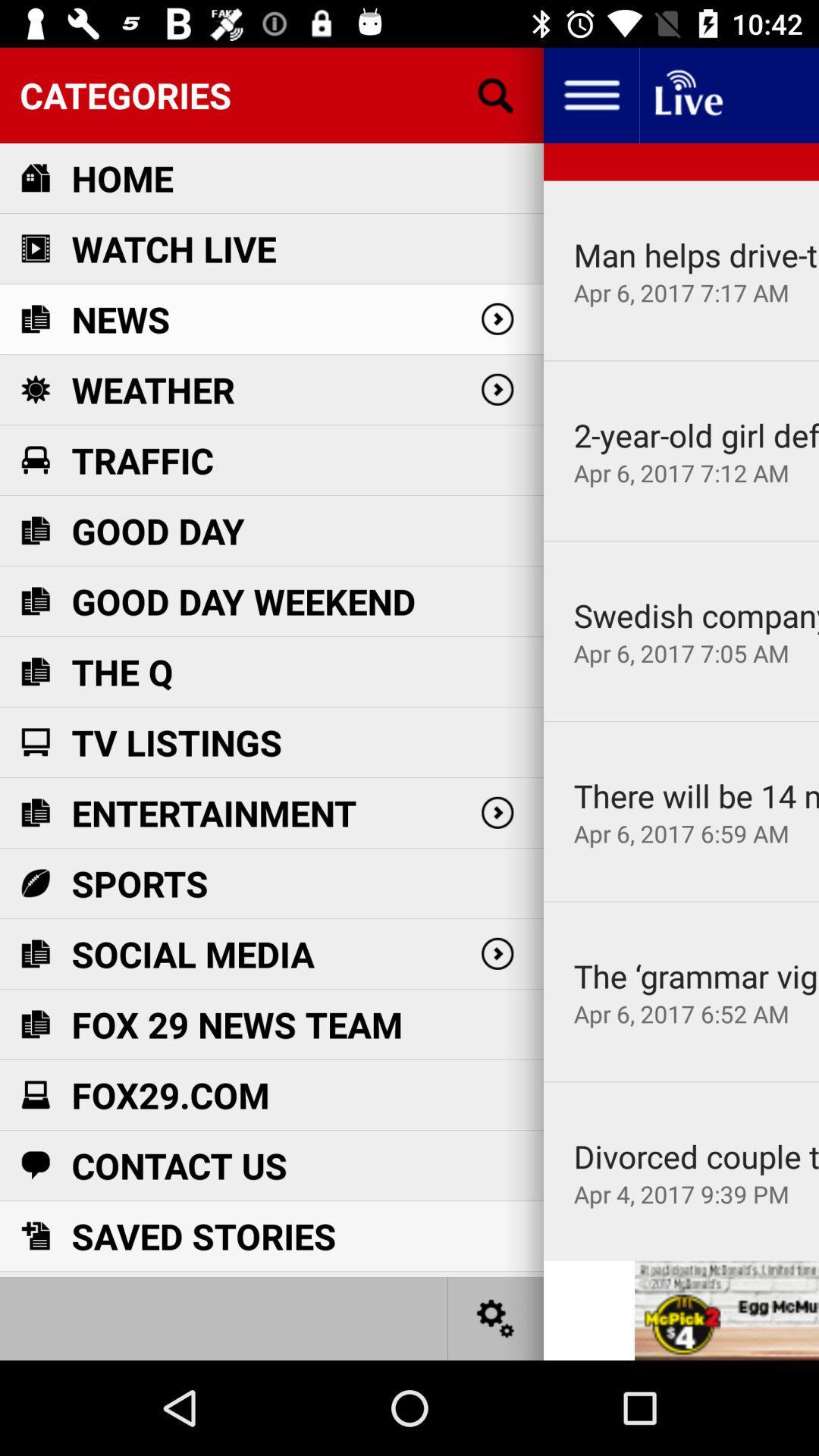  What do you see at coordinates (496, 1317) in the screenshot?
I see `button image` at bounding box center [496, 1317].